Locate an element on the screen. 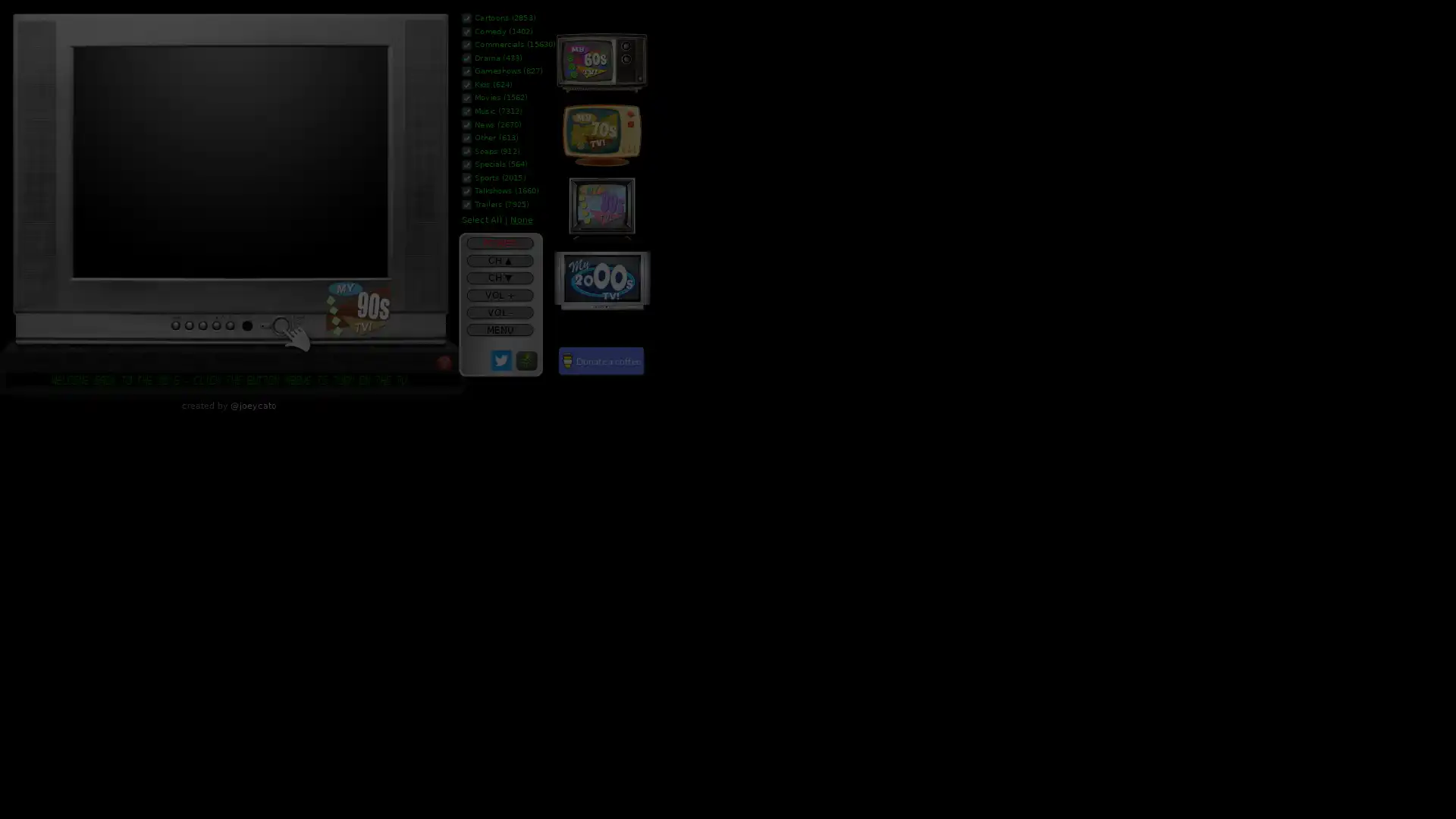 This screenshot has width=1456, height=819. CH is located at coordinates (499, 259).